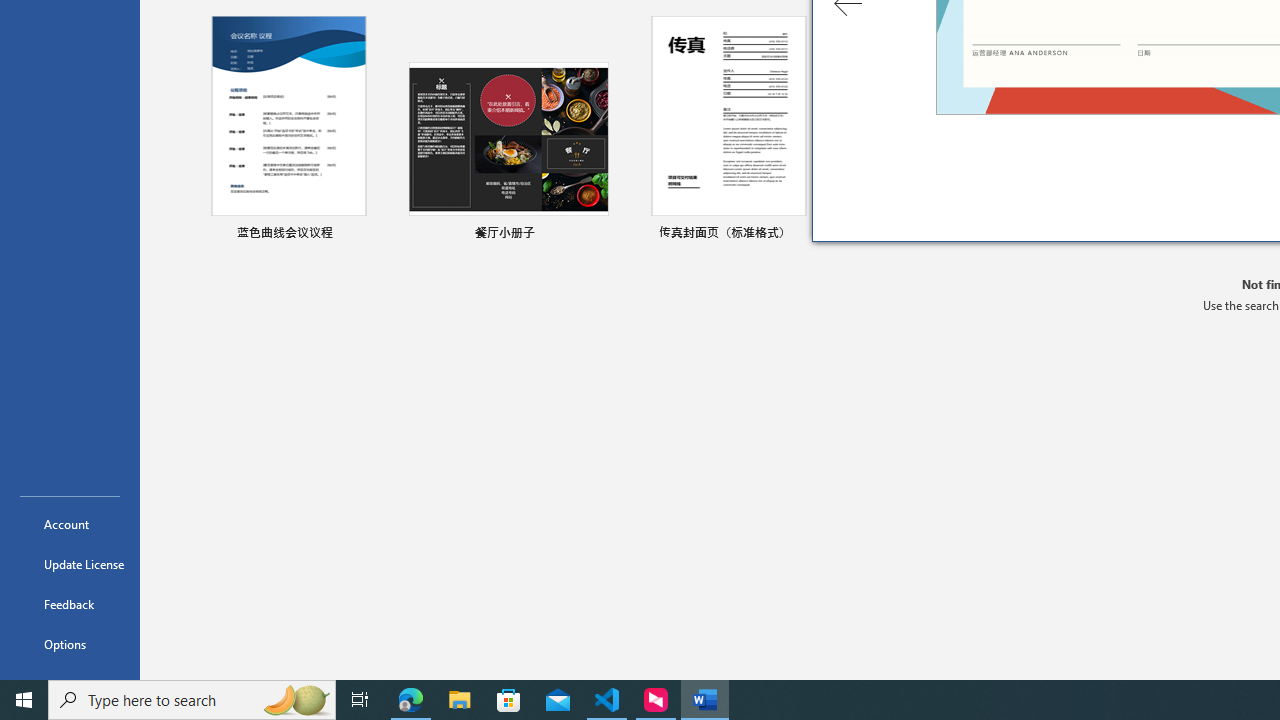  What do you see at coordinates (69, 564) in the screenshot?
I see `'Update License'` at bounding box center [69, 564].